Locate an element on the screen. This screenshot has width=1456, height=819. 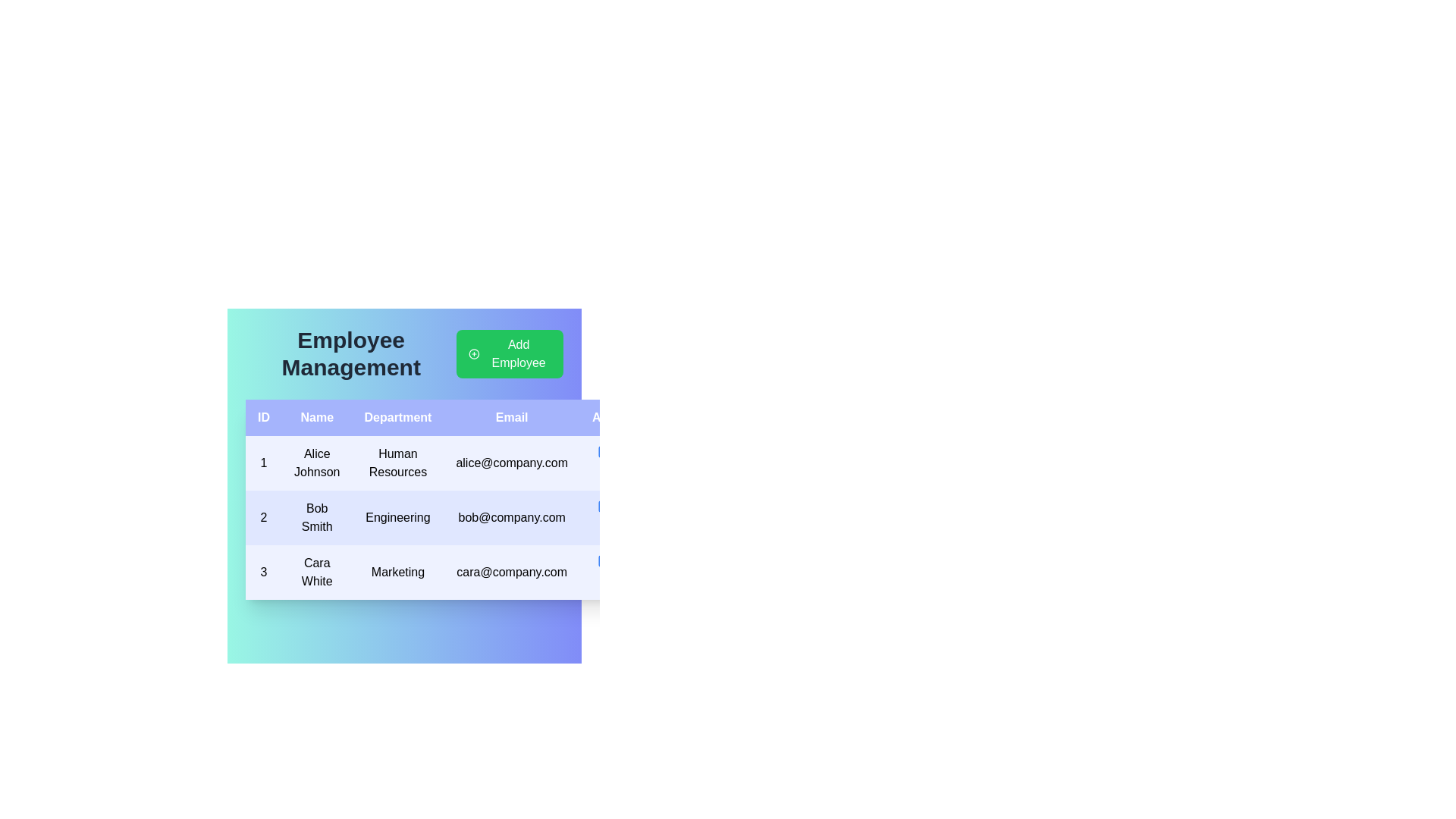
the highlighted table row displaying information for 'Alice Johnson' in the Employee Management section is located at coordinates (446, 462).